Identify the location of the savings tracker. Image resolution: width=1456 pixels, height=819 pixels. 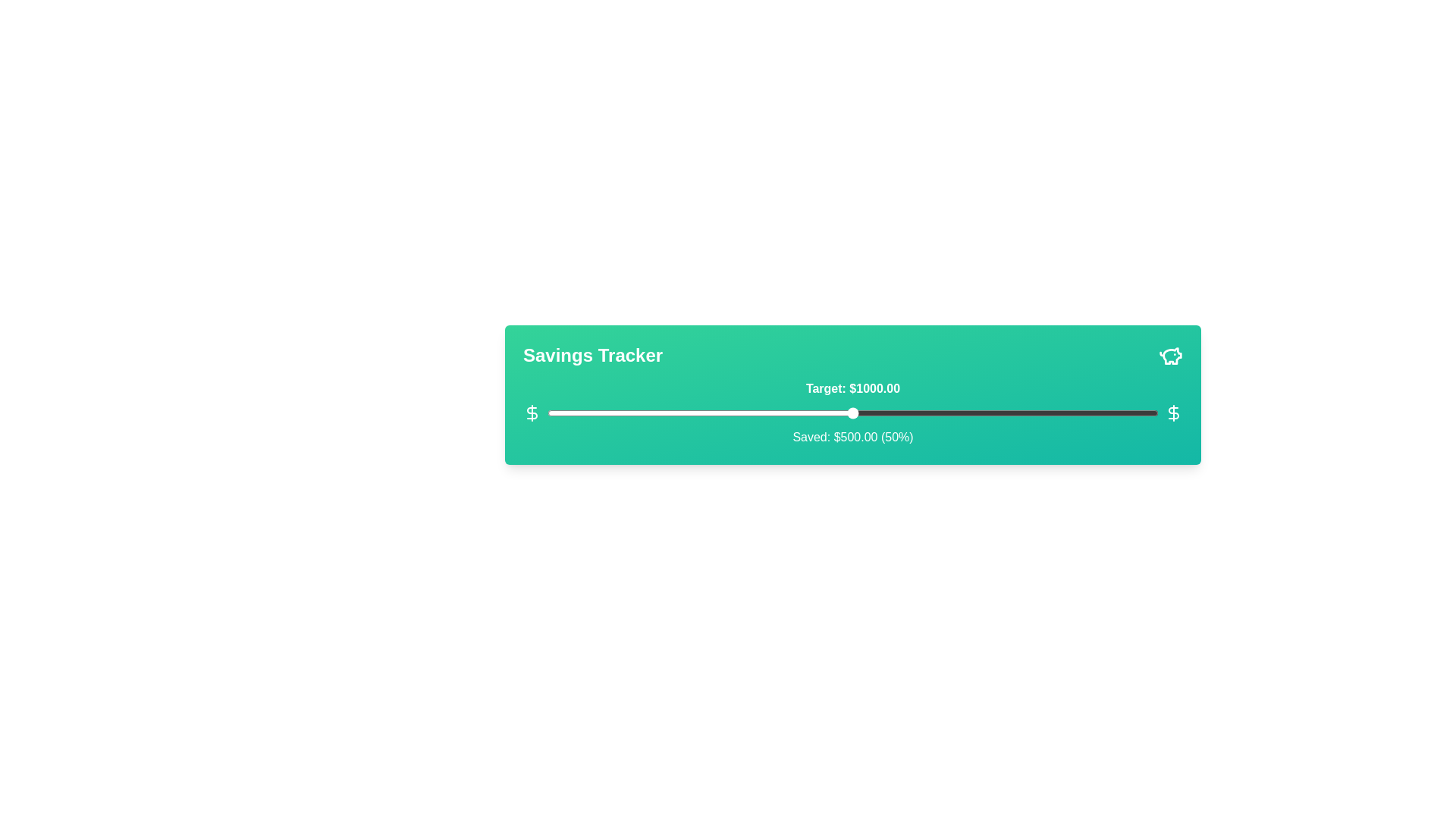
(632, 413).